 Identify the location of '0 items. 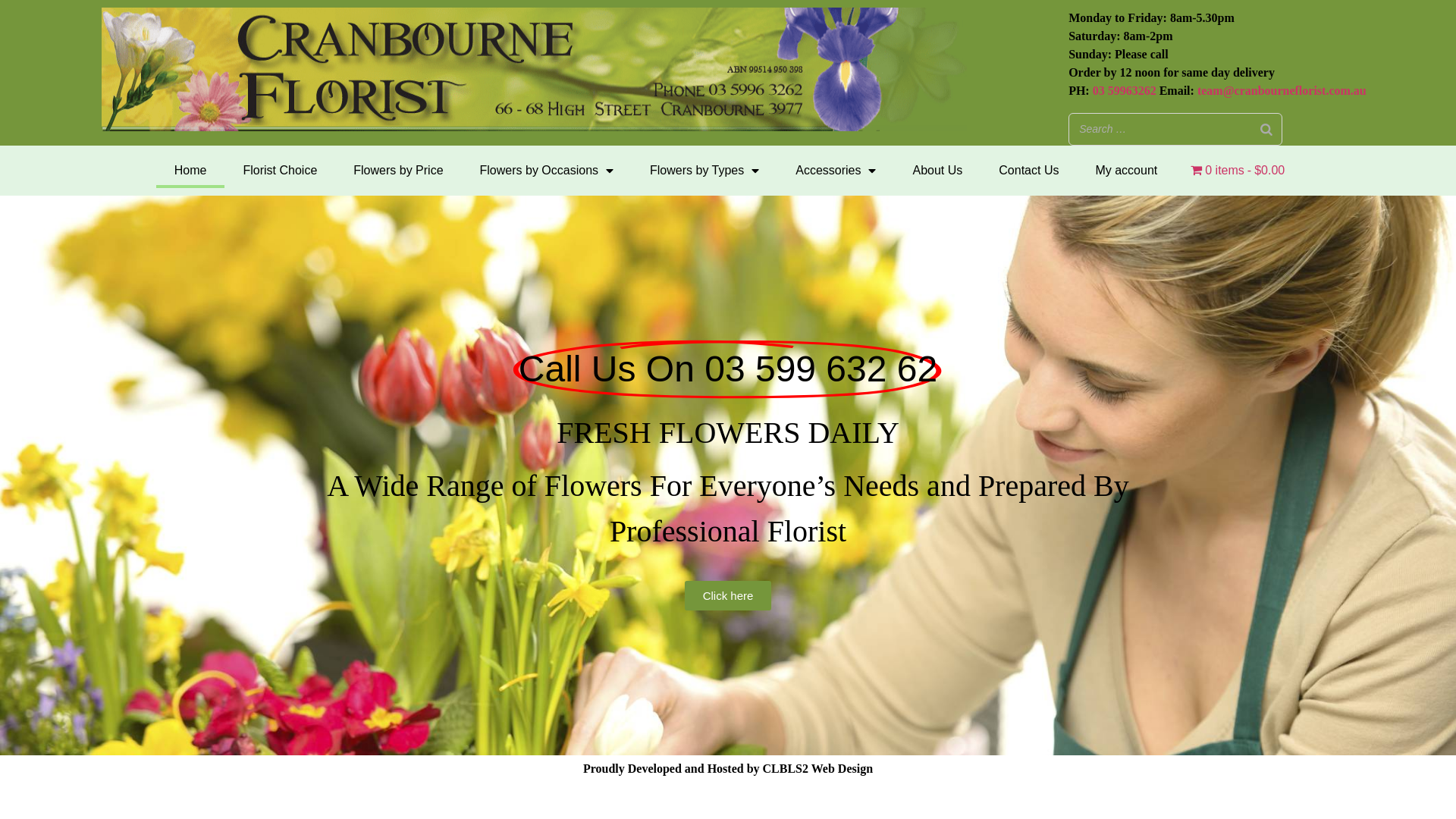
(1238, 170).